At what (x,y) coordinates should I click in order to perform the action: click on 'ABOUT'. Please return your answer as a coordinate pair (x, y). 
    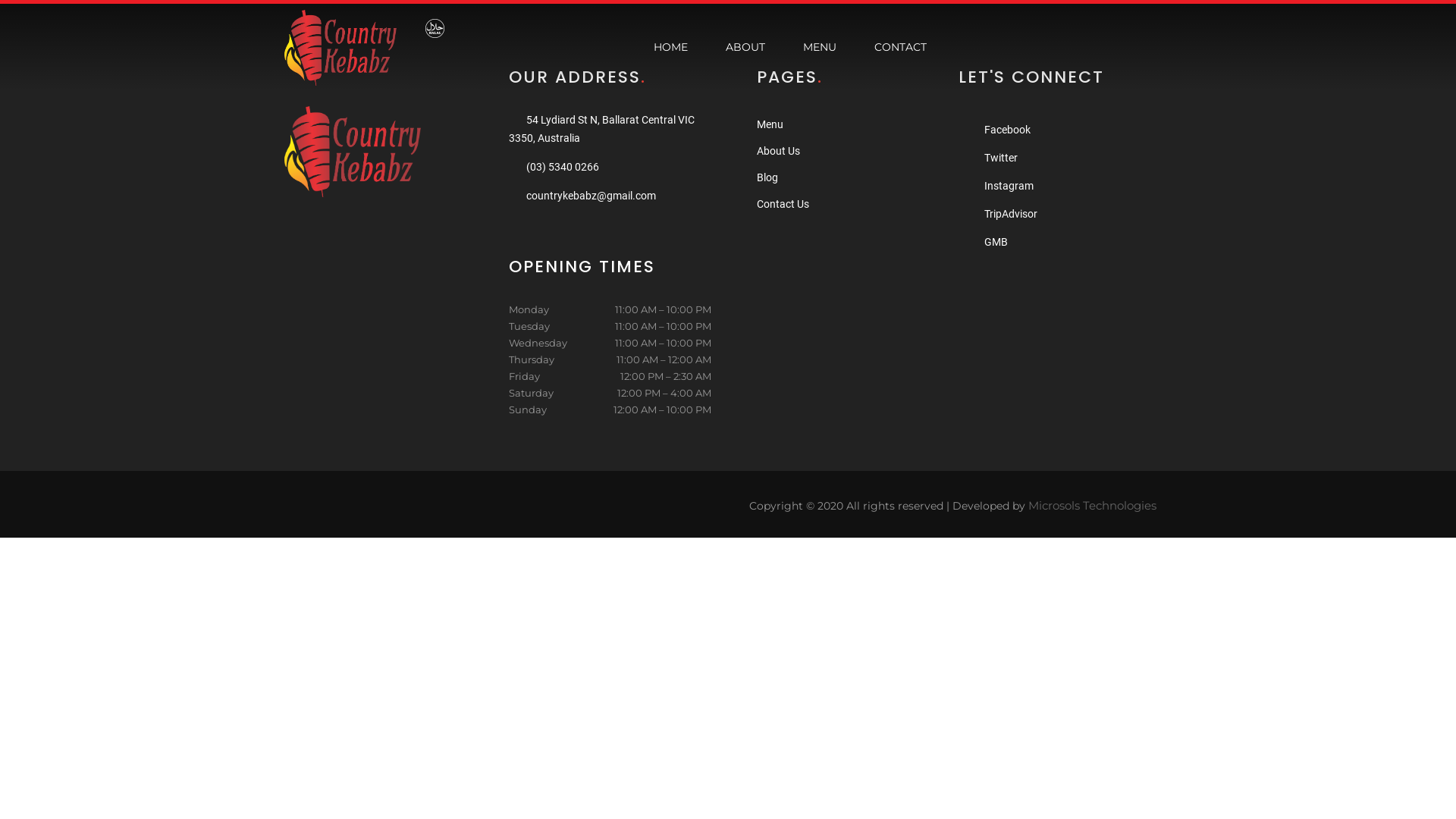
    Looking at the image, I should click on (713, 46).